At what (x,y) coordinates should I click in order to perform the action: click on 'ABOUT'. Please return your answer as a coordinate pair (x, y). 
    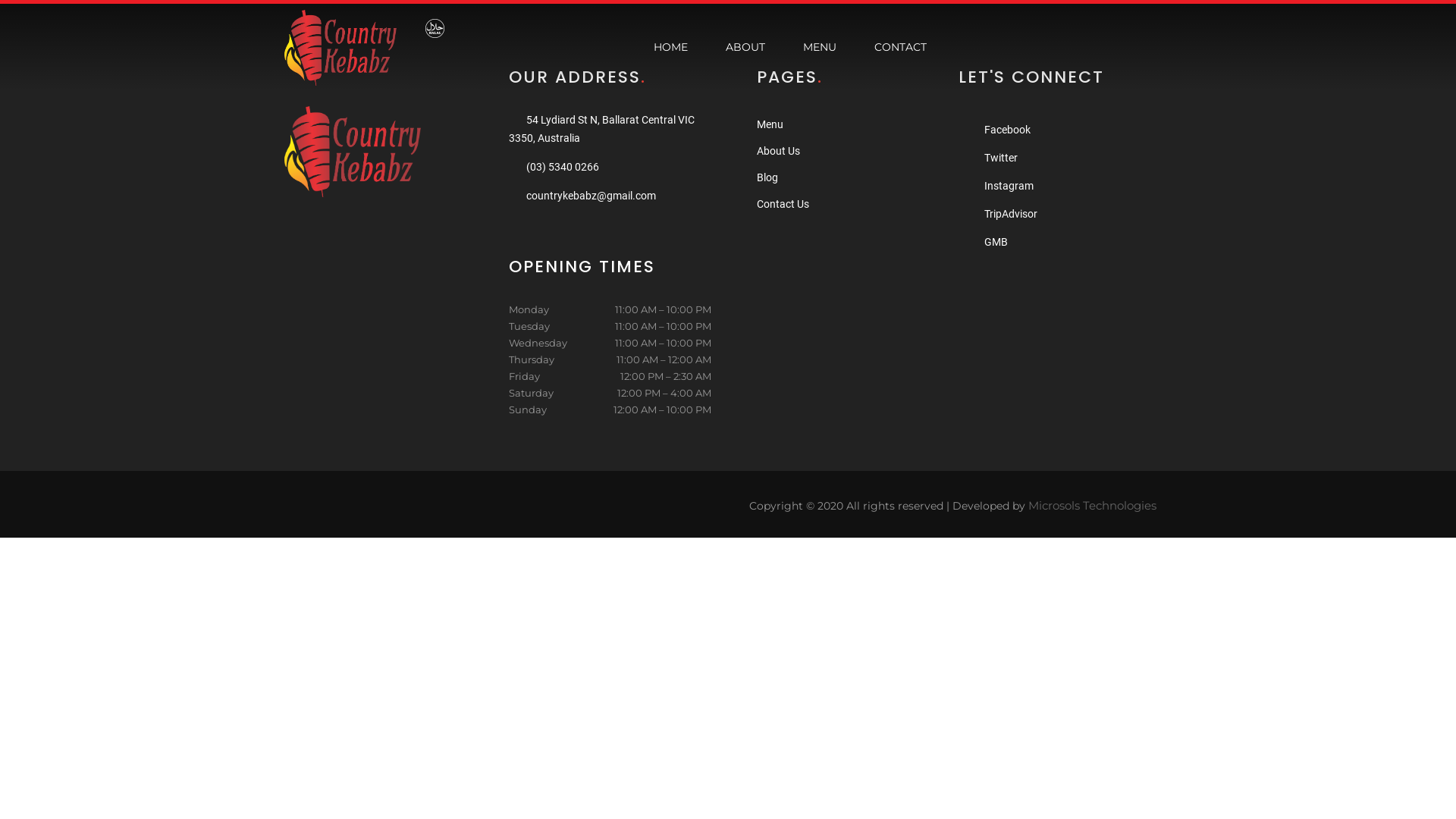
    Looking at the image, I should click on (713, 46).